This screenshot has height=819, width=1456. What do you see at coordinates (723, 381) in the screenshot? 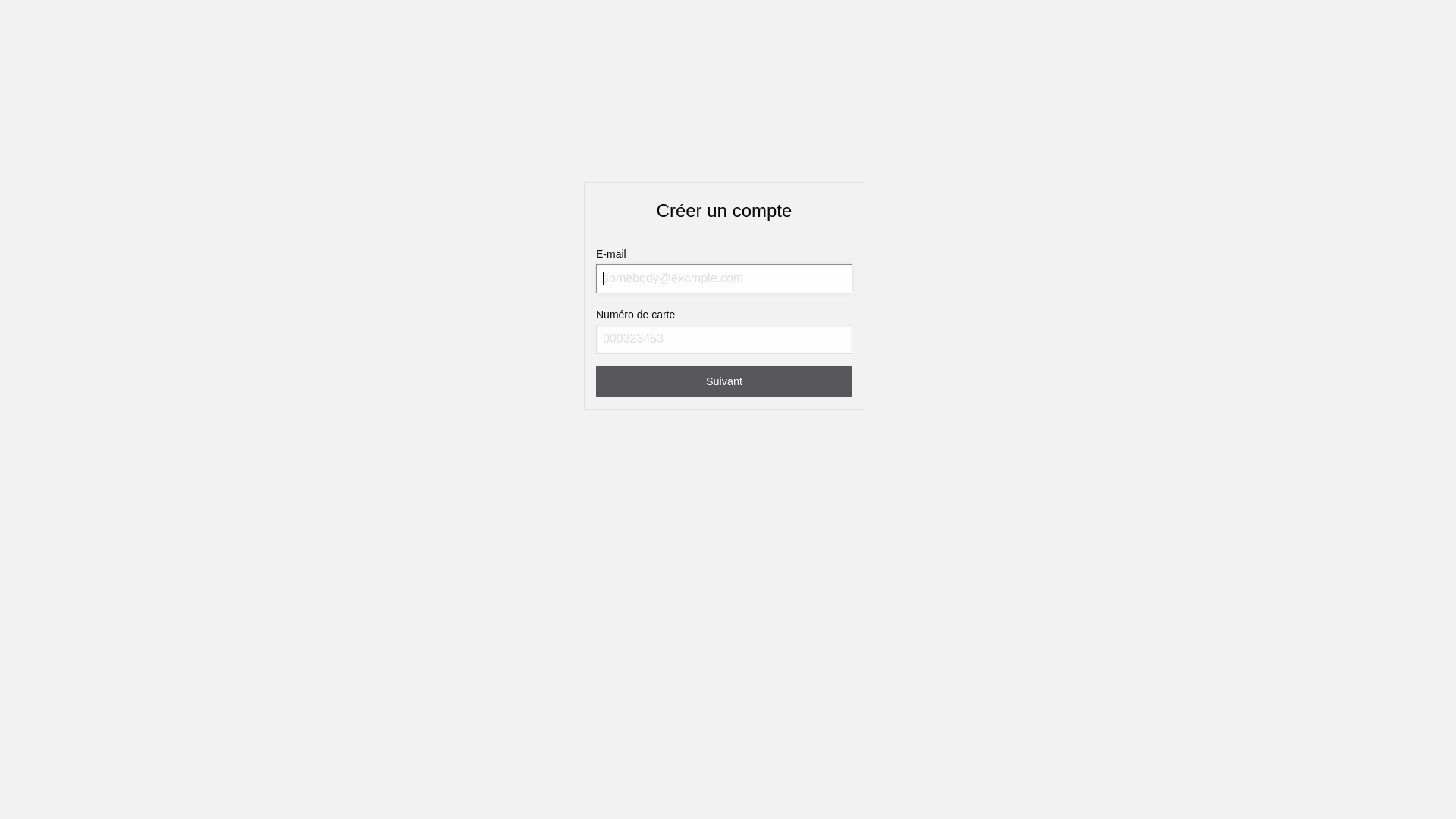
I see `'Suivant'` at bounding box center [723, 381].